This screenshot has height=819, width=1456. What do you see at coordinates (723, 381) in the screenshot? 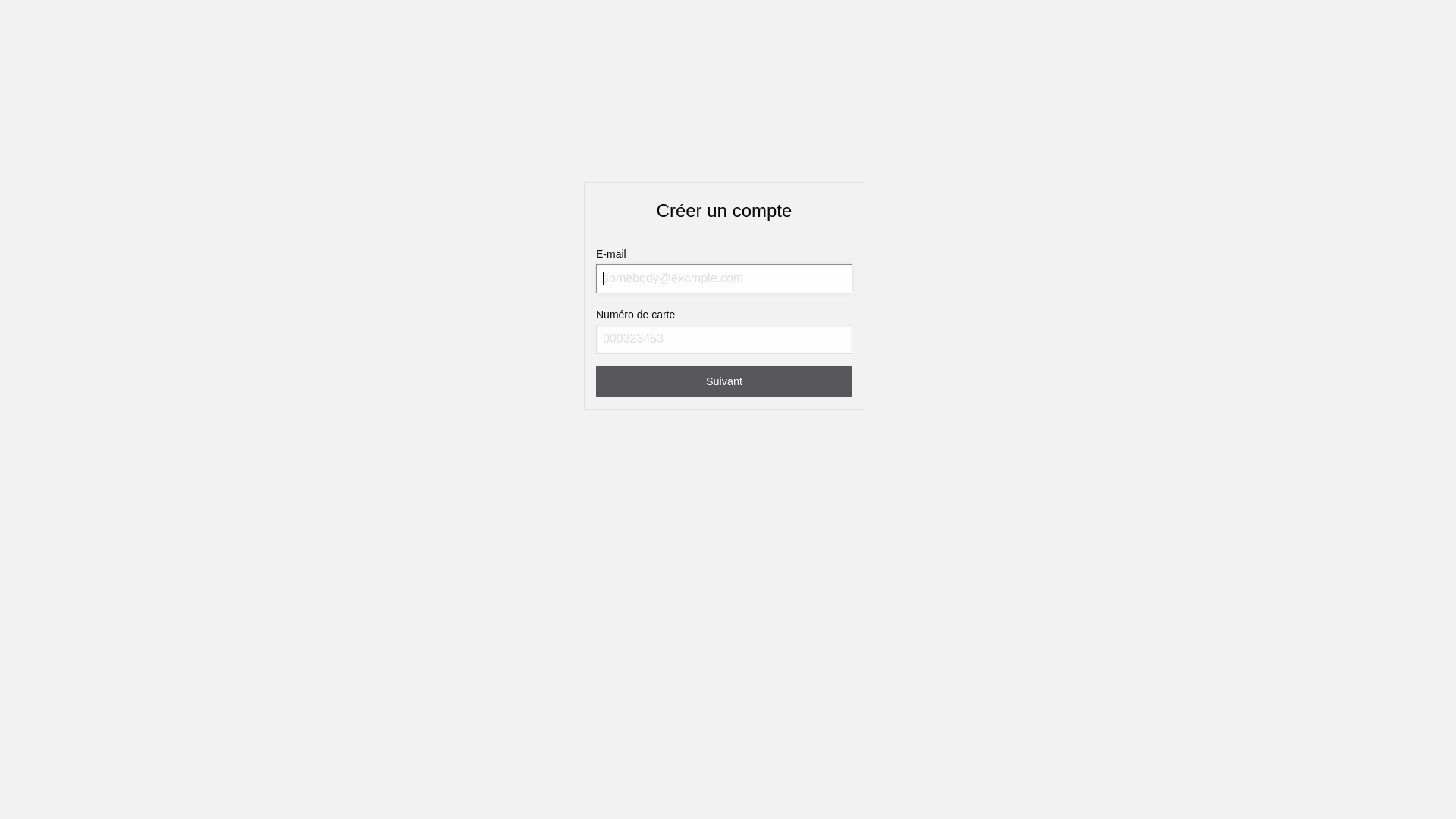
I see `'Suivant'` at bounding box center [723, 381].